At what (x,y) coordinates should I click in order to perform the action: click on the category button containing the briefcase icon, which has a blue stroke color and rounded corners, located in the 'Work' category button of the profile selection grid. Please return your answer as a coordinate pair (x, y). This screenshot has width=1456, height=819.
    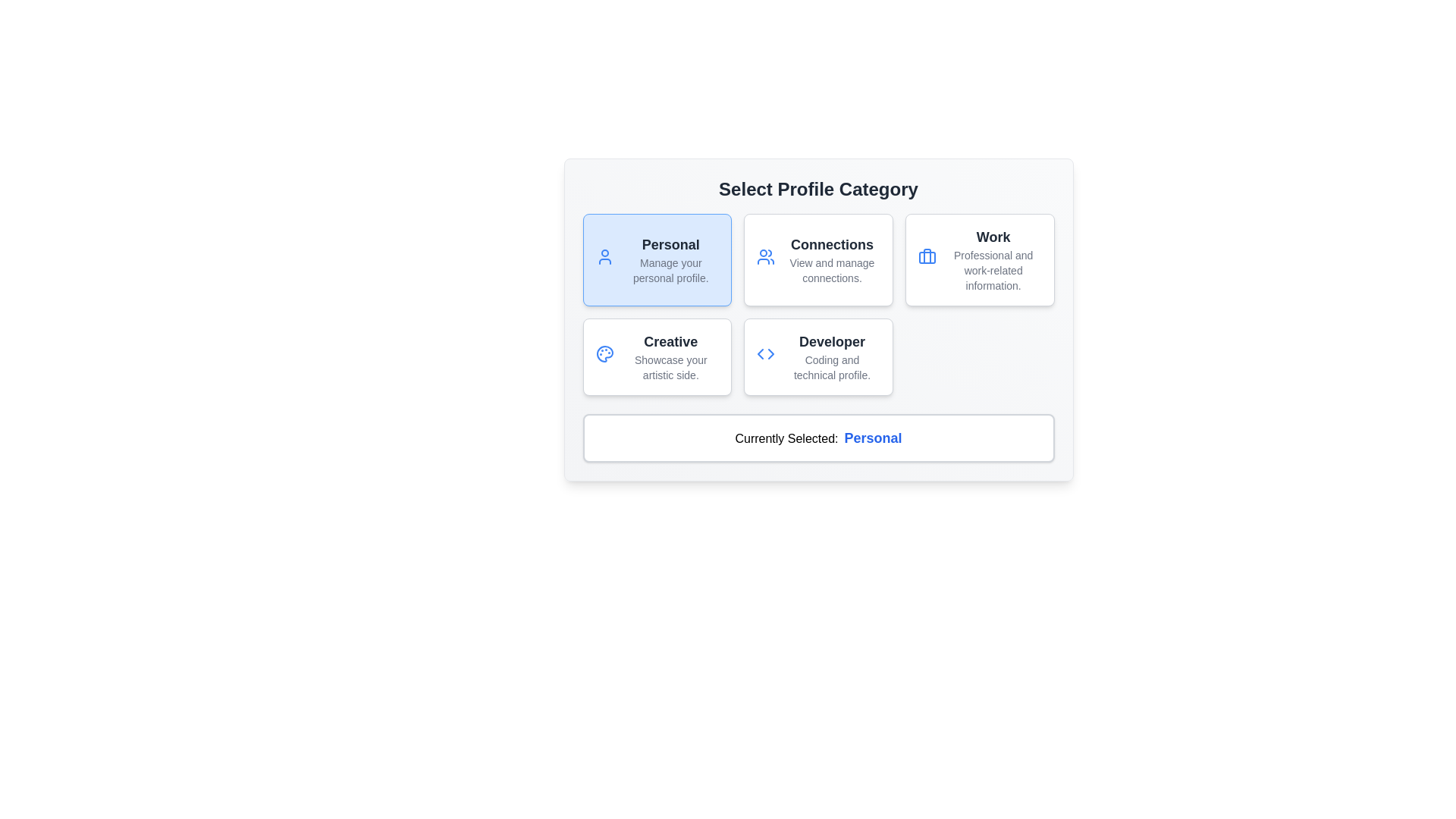
    Looking at the image, I should click on (926, 256).